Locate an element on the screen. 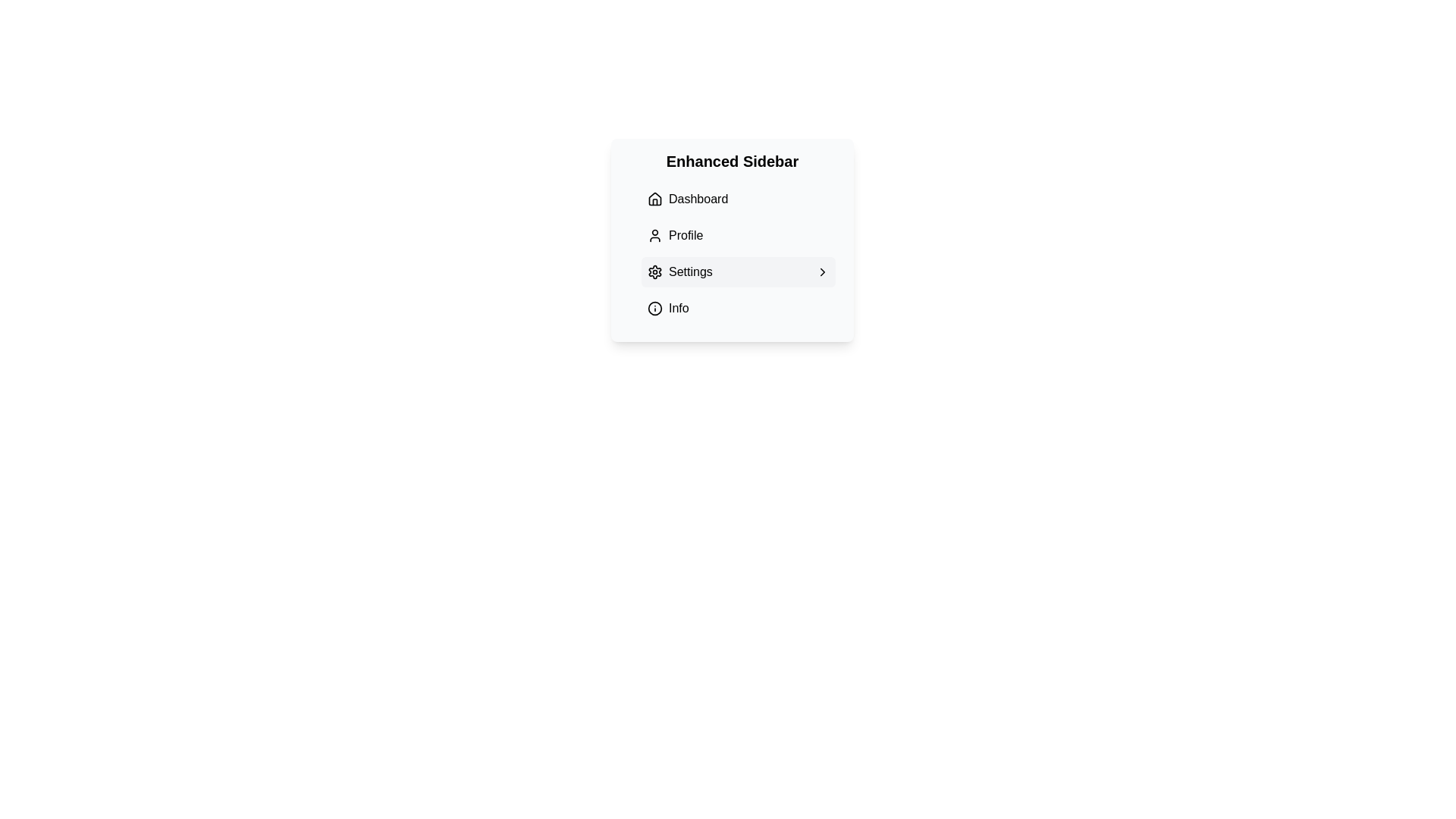 The image size is (1456, 819). the user profile icon, which is a circular icon above a semicircular base in black and white, located to the left of the 'Profile' text in the navigation menu is located at coordinates (655, 236).